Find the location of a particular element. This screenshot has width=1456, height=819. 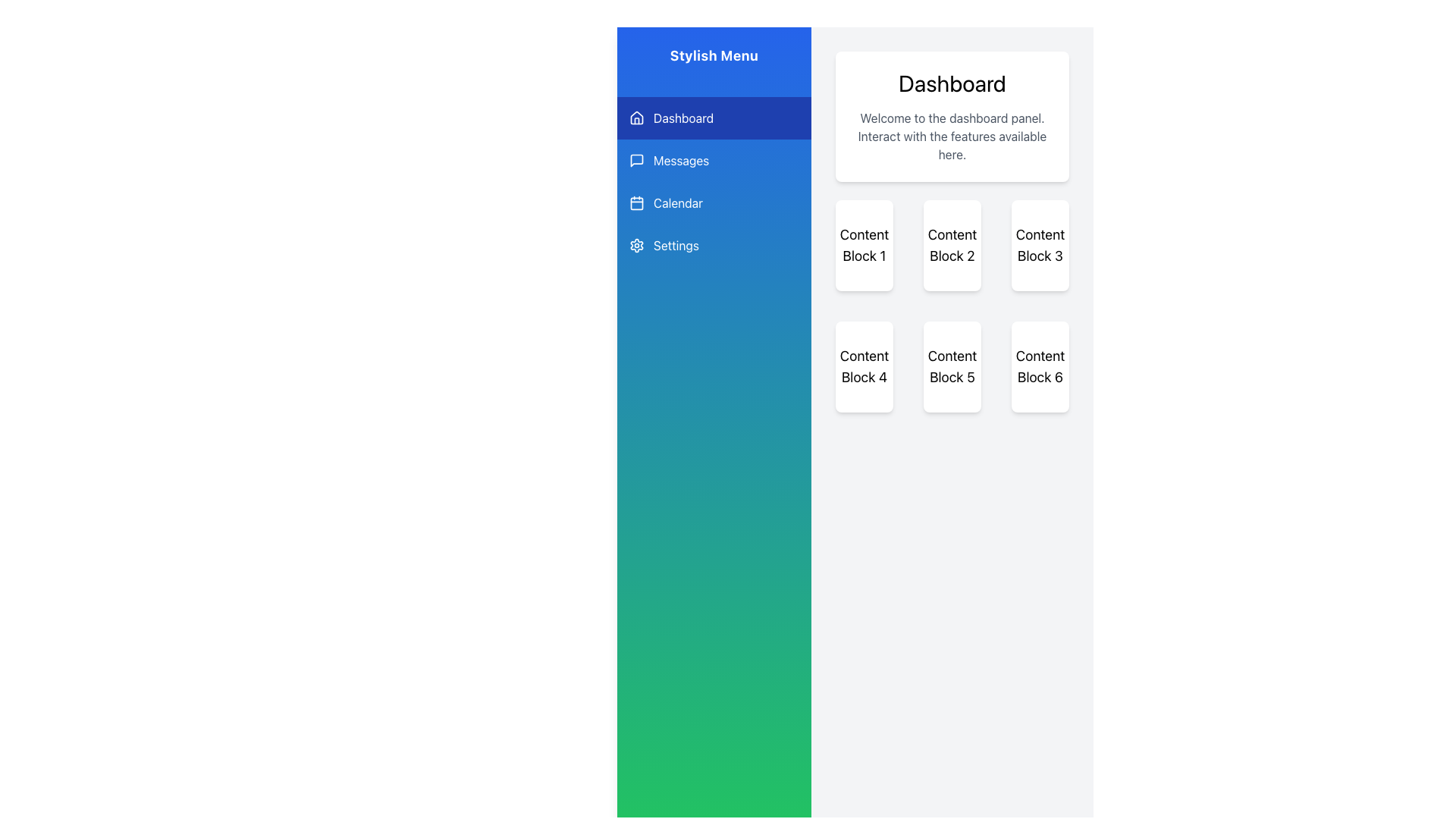

the 'Settings' text label, which is styled in white on a blue background and part of the vertical menu on the left side of the user interface is located at coordinates (676, 245).